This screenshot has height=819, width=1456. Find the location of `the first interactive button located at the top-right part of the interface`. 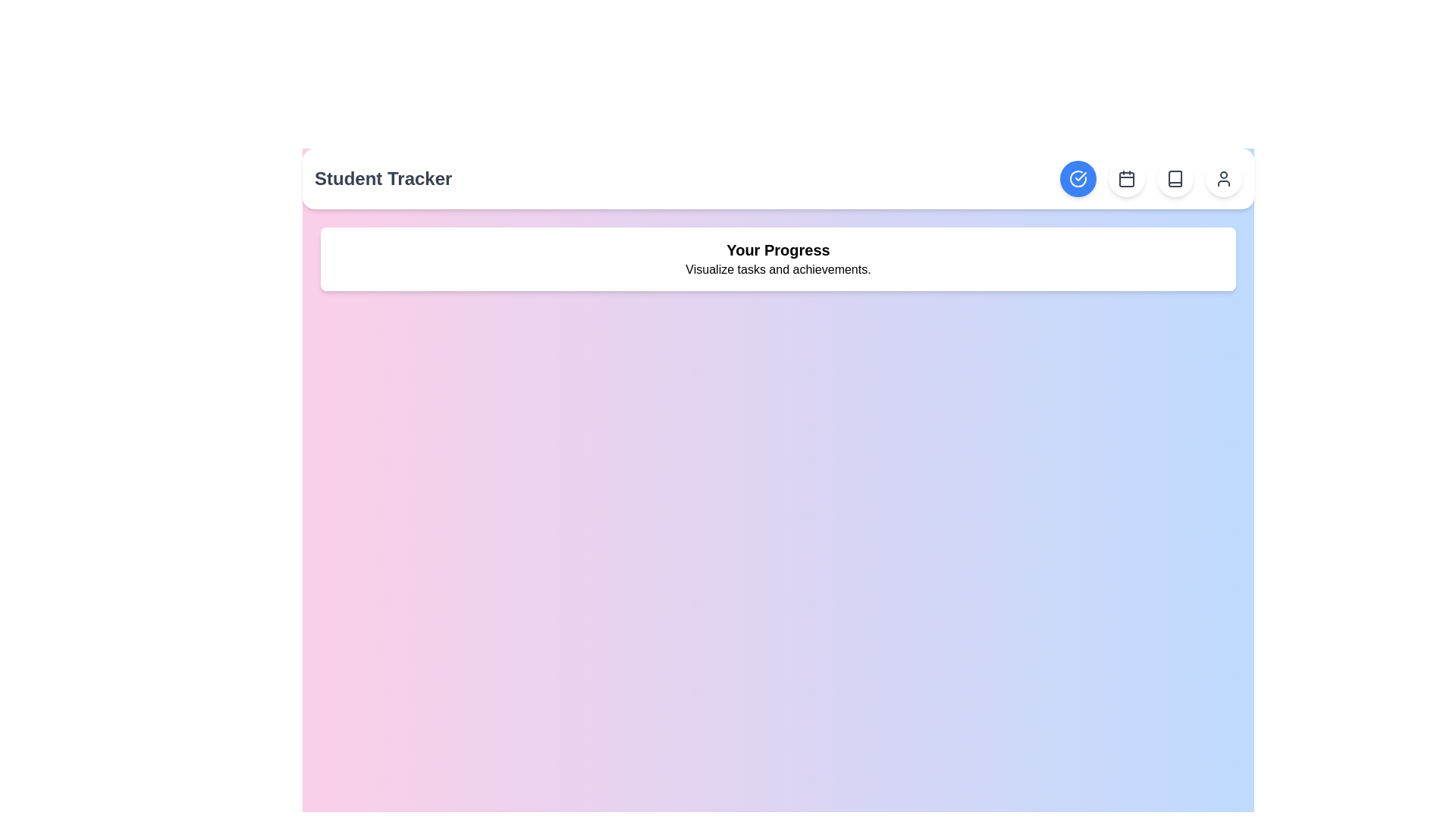

the first interactive button located at the top-right part of the interface is located at coordinates (1077, 177).